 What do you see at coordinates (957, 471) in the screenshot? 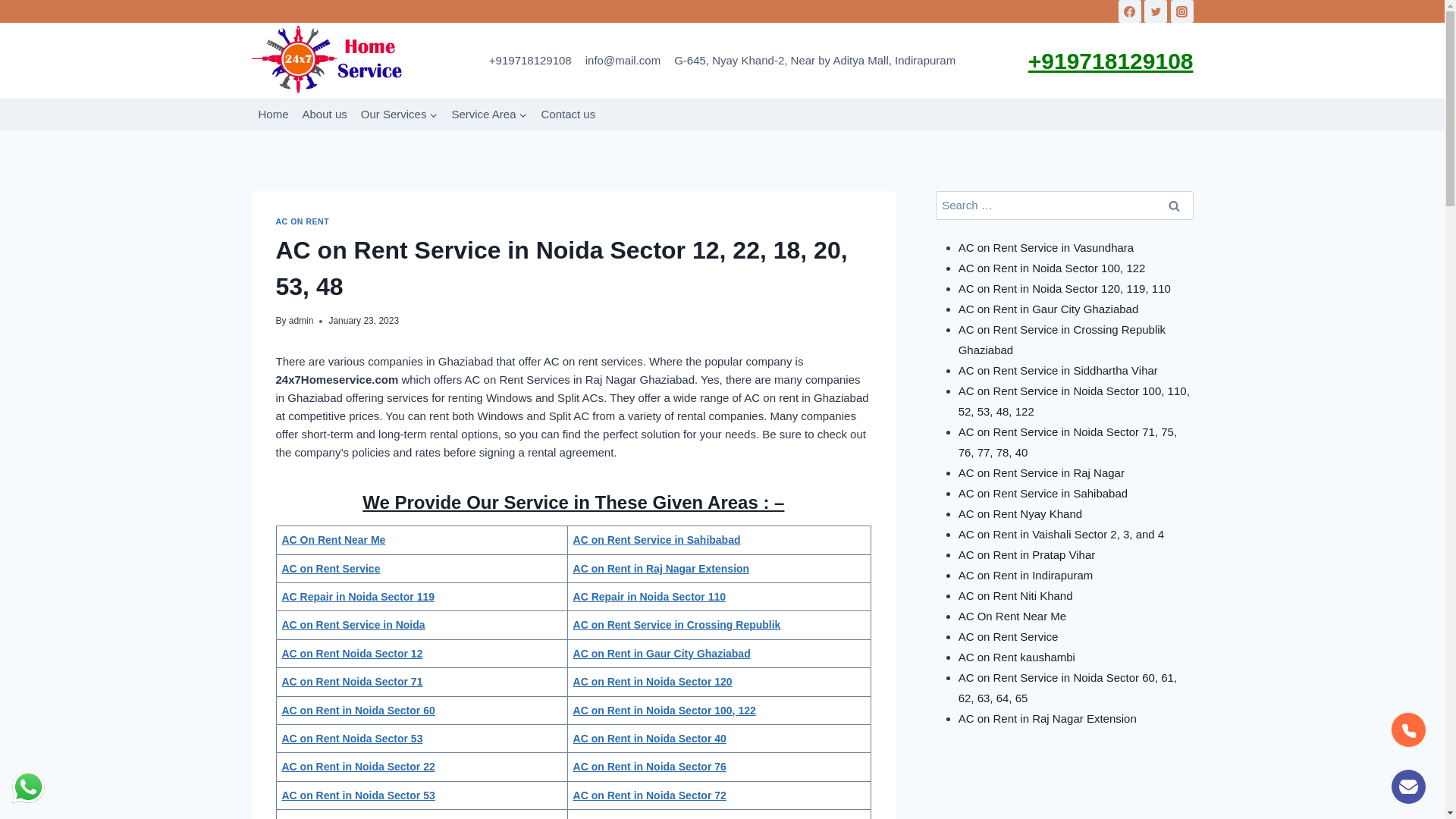
I see `'AC on Rent Service in Raj Nagar'` at bounding box center [957, 471].